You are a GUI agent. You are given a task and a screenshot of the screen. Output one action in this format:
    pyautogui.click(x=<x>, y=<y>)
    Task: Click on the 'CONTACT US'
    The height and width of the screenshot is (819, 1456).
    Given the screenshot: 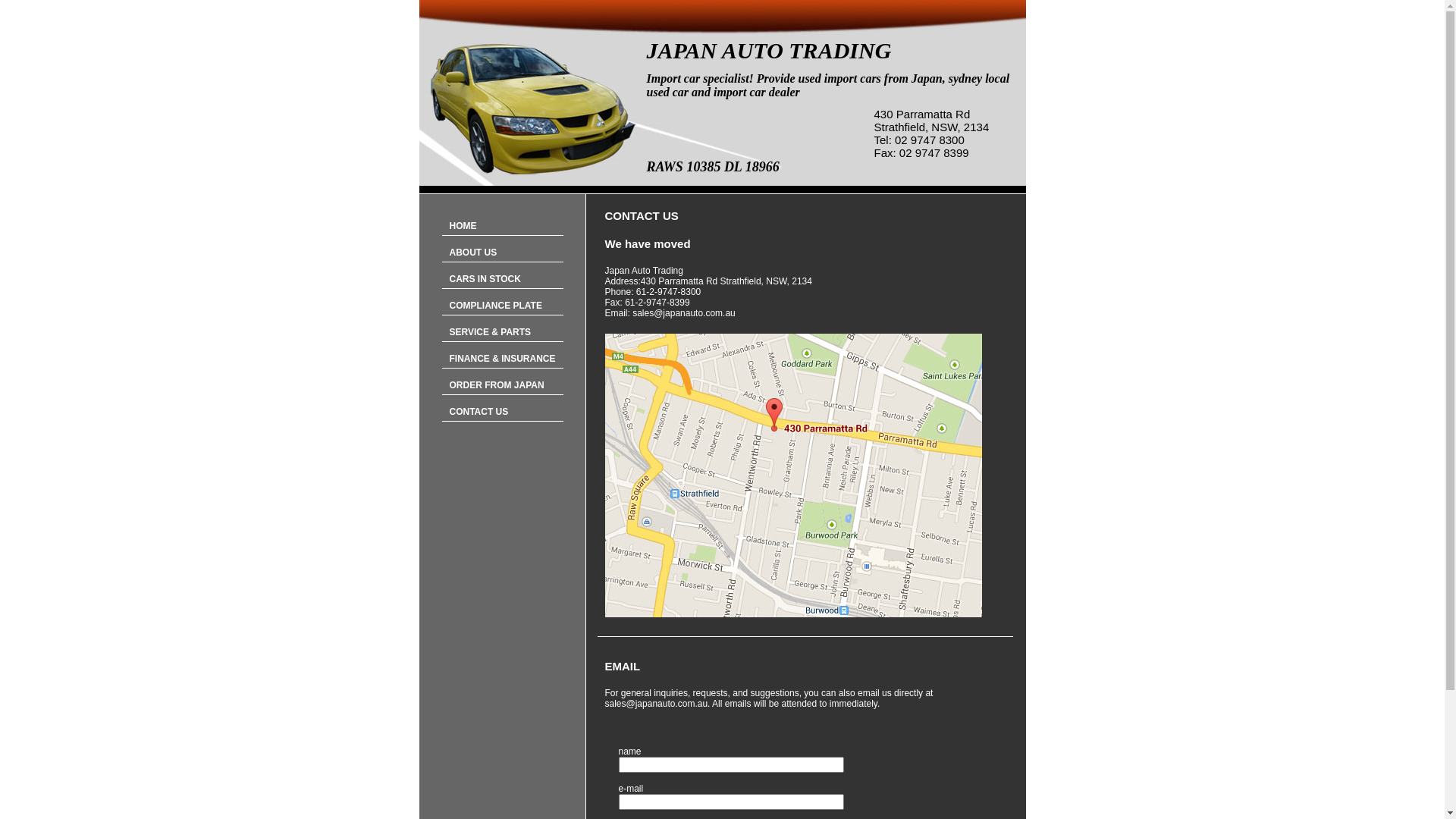 What is the action you would take?
    pyautogui.click(x=502, y=412)
    